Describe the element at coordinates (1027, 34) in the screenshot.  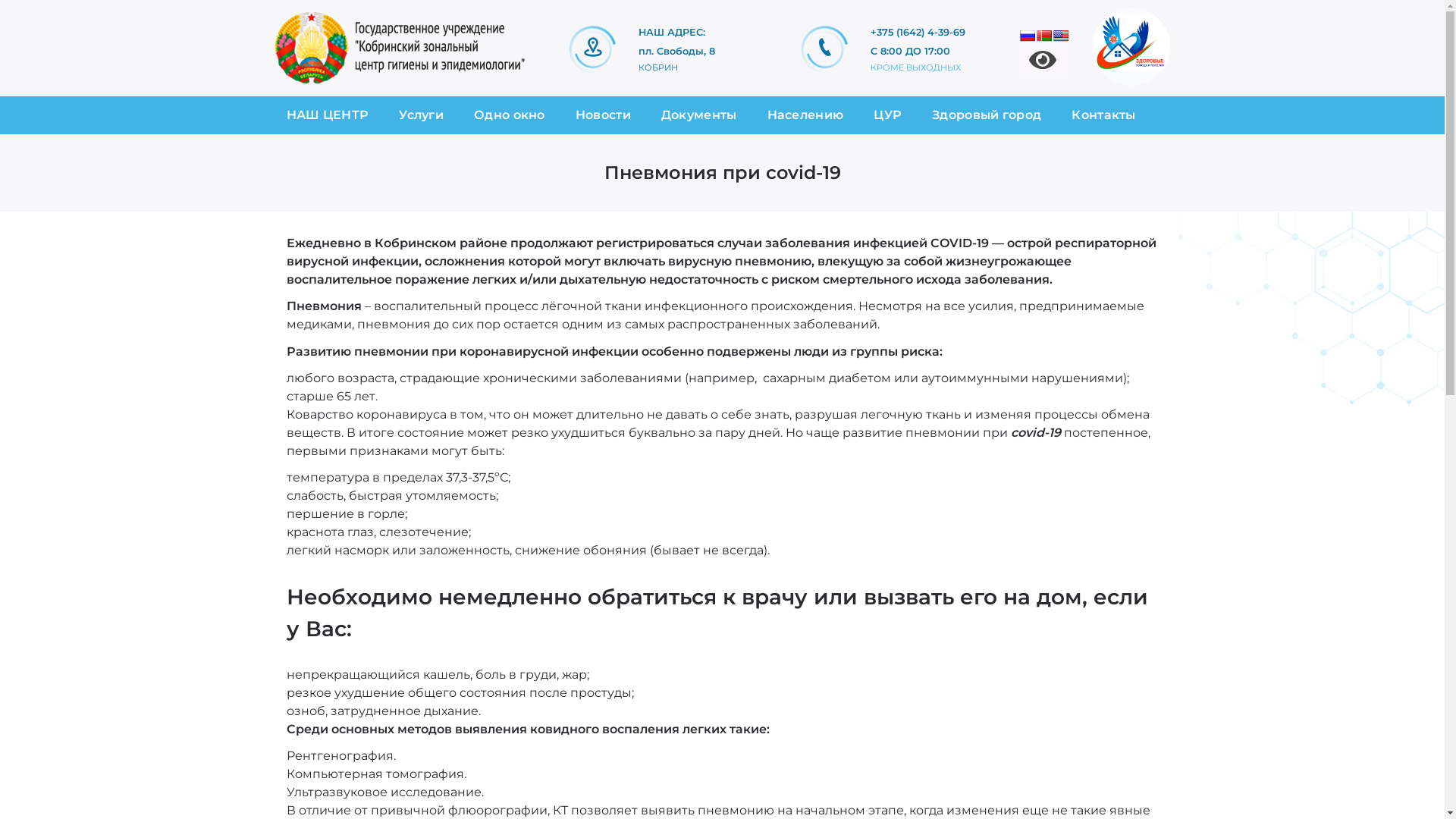
I see `'Russian'` at that location.